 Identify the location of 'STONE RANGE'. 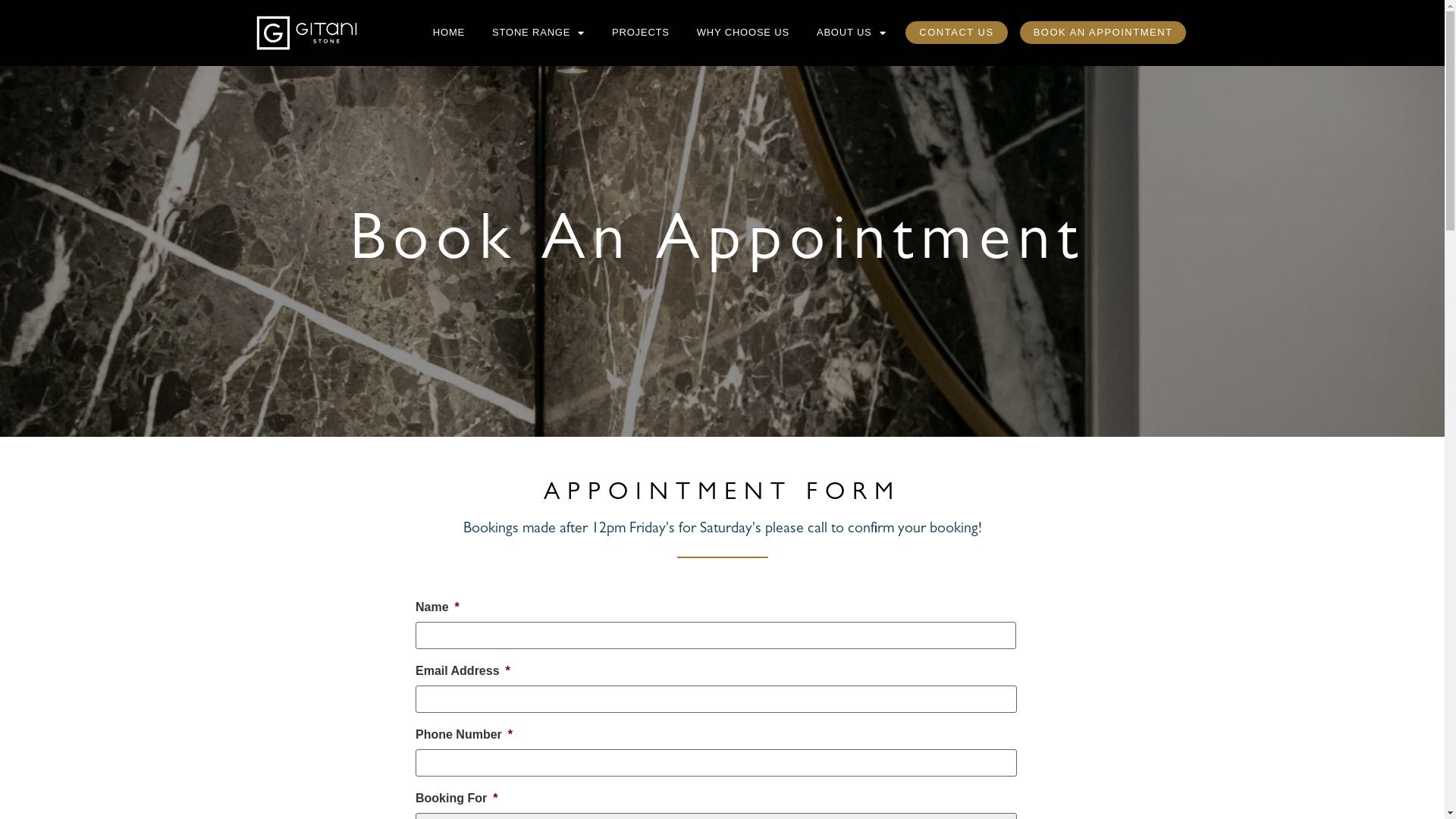
(538, 32).